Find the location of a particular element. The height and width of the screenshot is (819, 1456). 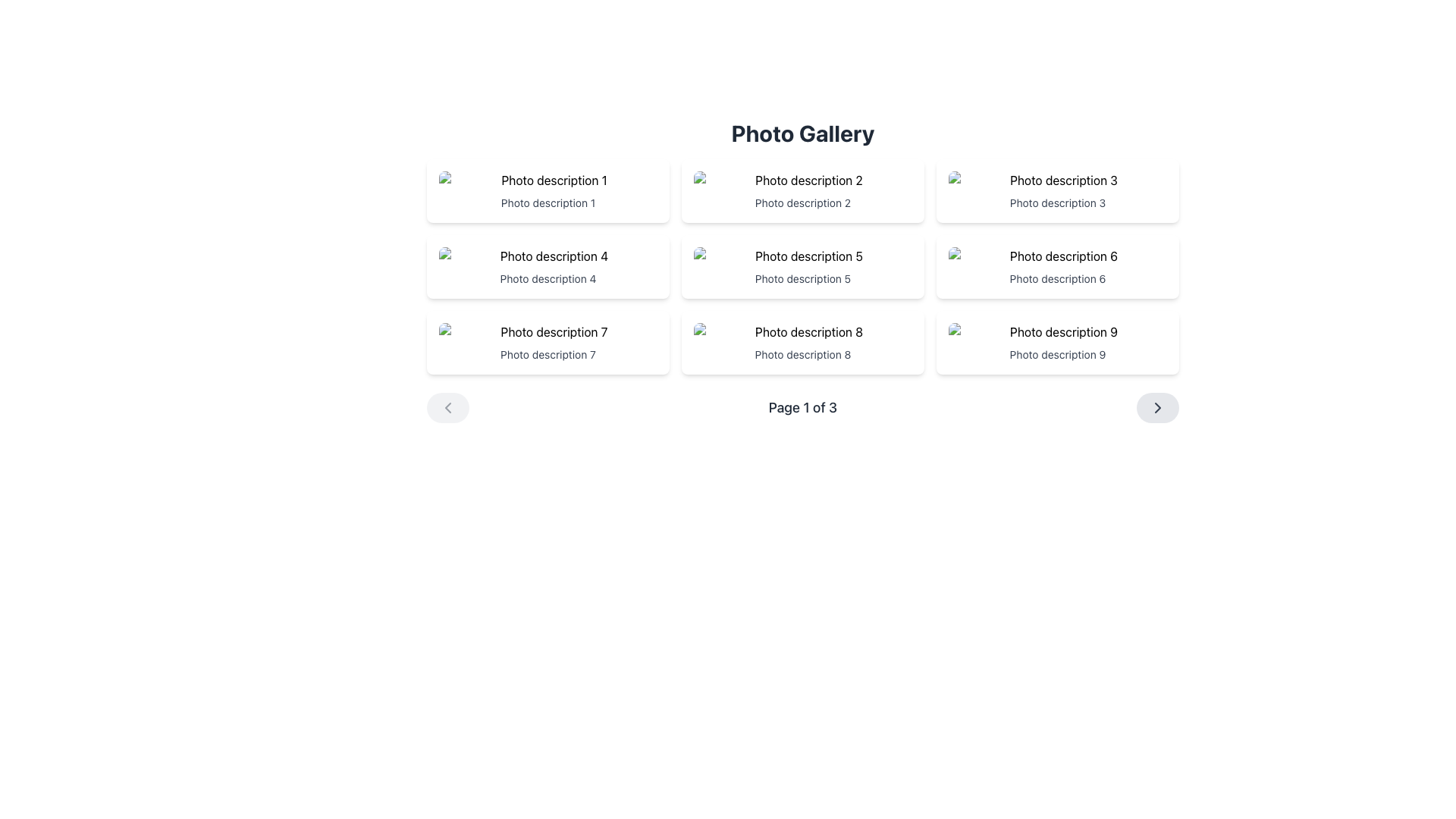

the rectangular image with rounded corners and a landscape illustration labeled 'Photo description 6' is located at coordinates (1057, 256).